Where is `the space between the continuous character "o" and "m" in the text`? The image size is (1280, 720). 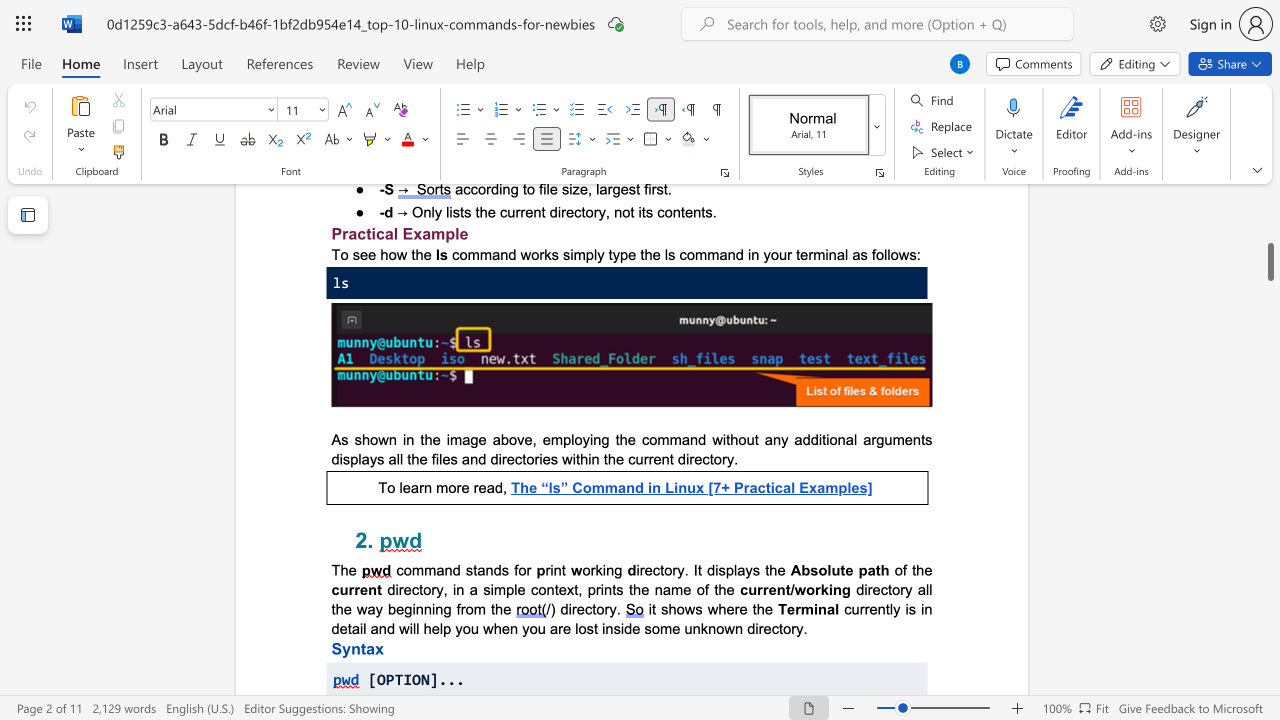 the space between the continuous character "o" and "m" in the text is located at coordinates (658, 438).